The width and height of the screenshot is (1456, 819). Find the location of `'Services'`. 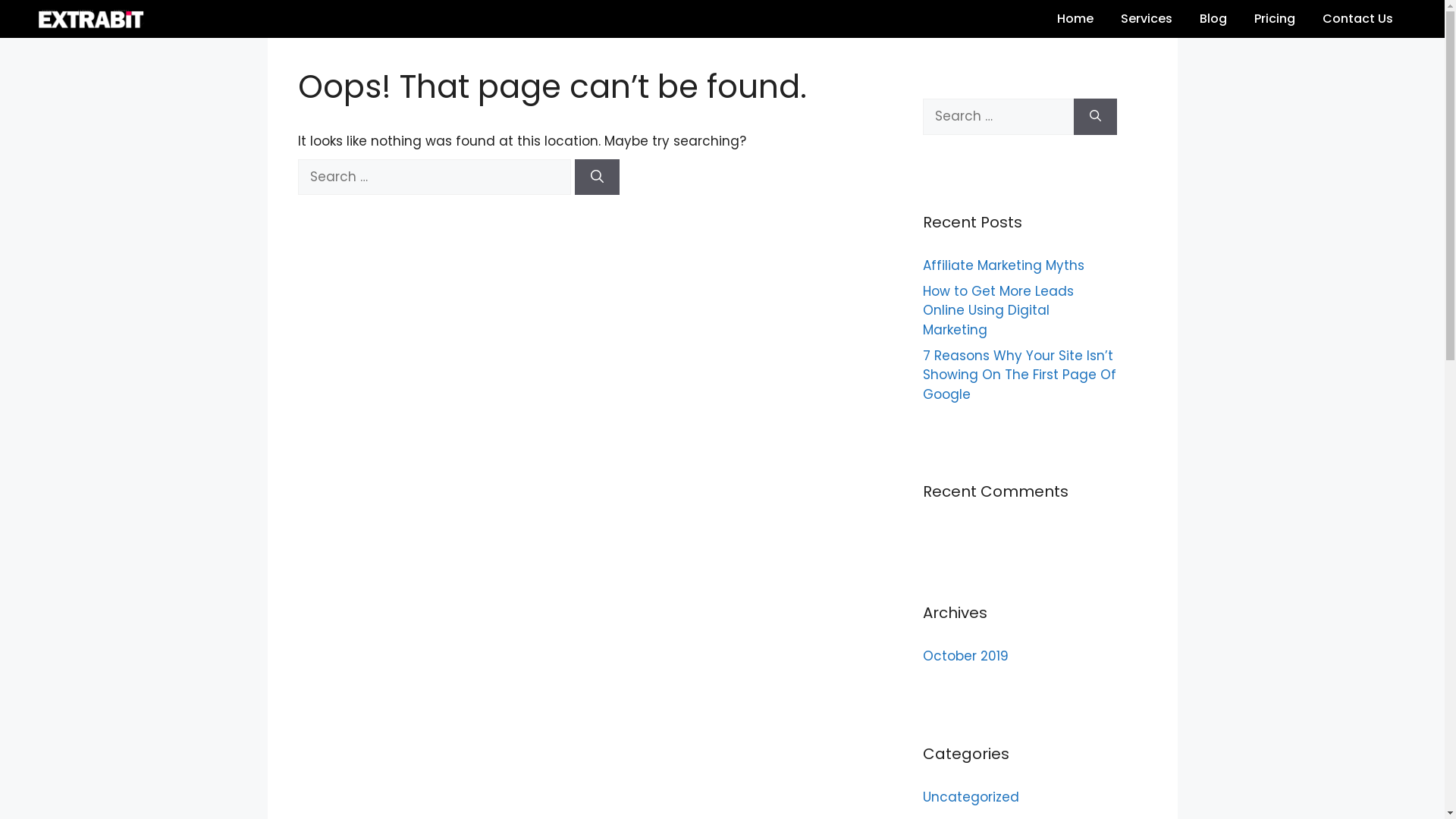

'Services' is located at coordinates (1147, 18).